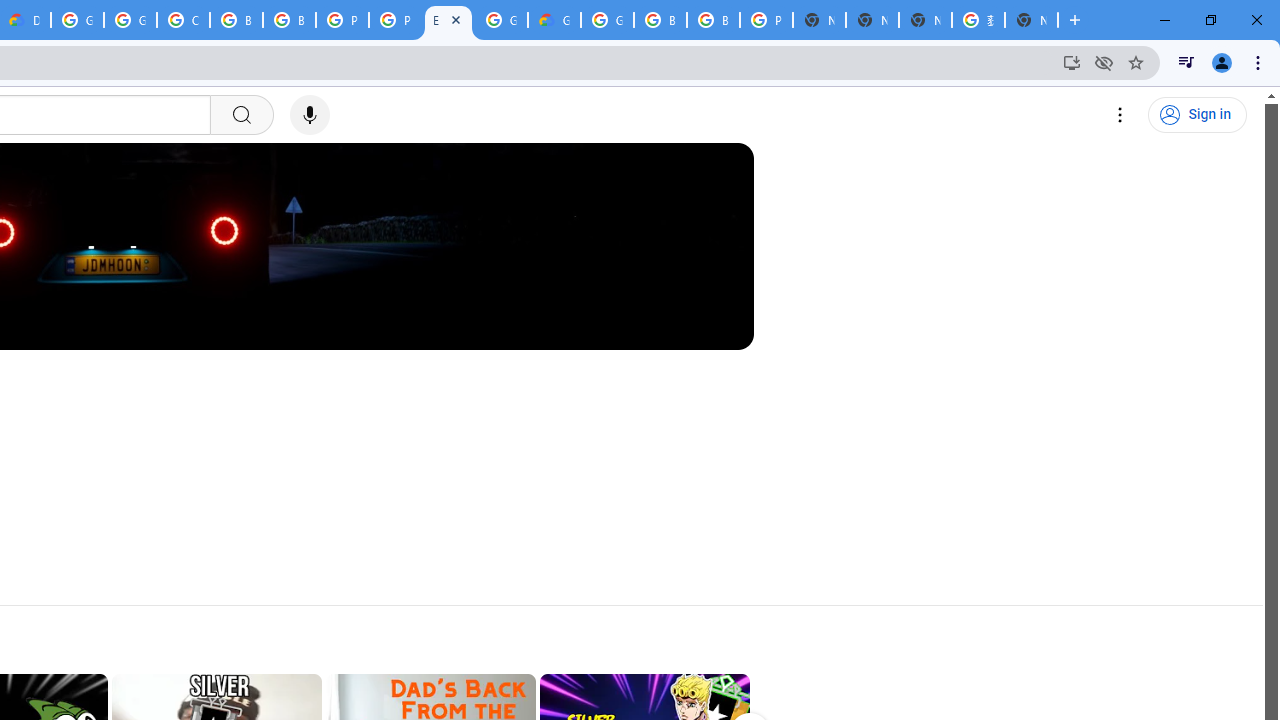 The height and width of the screenshot is (720, 1280). What do you see at coordinates (660, 20) in the screenshot?
I see `'Browse Chrome as a guest - Computer - Google Chrome Help'` at bounding box center [660, 20].